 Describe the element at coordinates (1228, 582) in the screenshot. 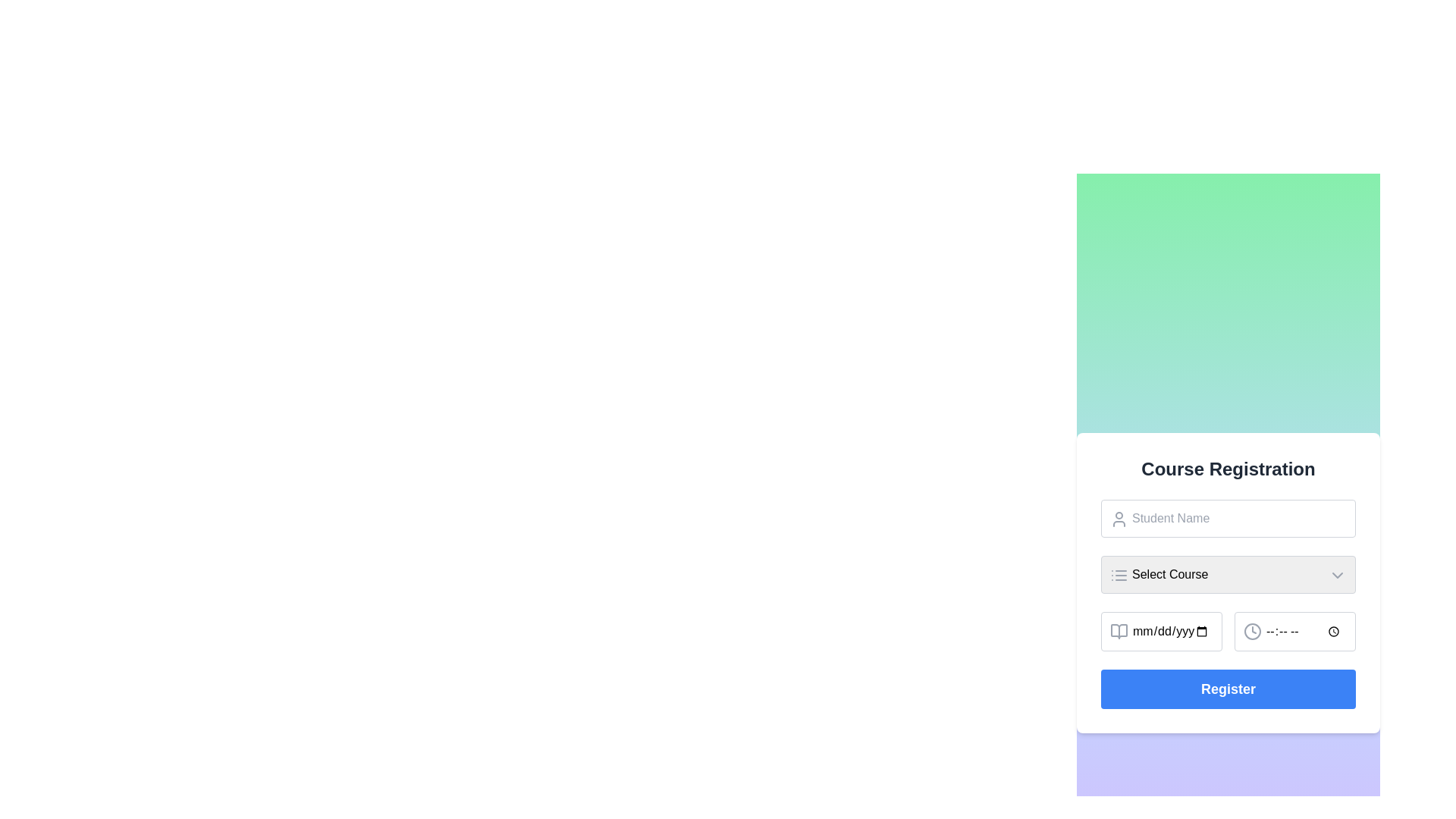

I see `the dropdown menu labeled 'Select Course'` at that location.